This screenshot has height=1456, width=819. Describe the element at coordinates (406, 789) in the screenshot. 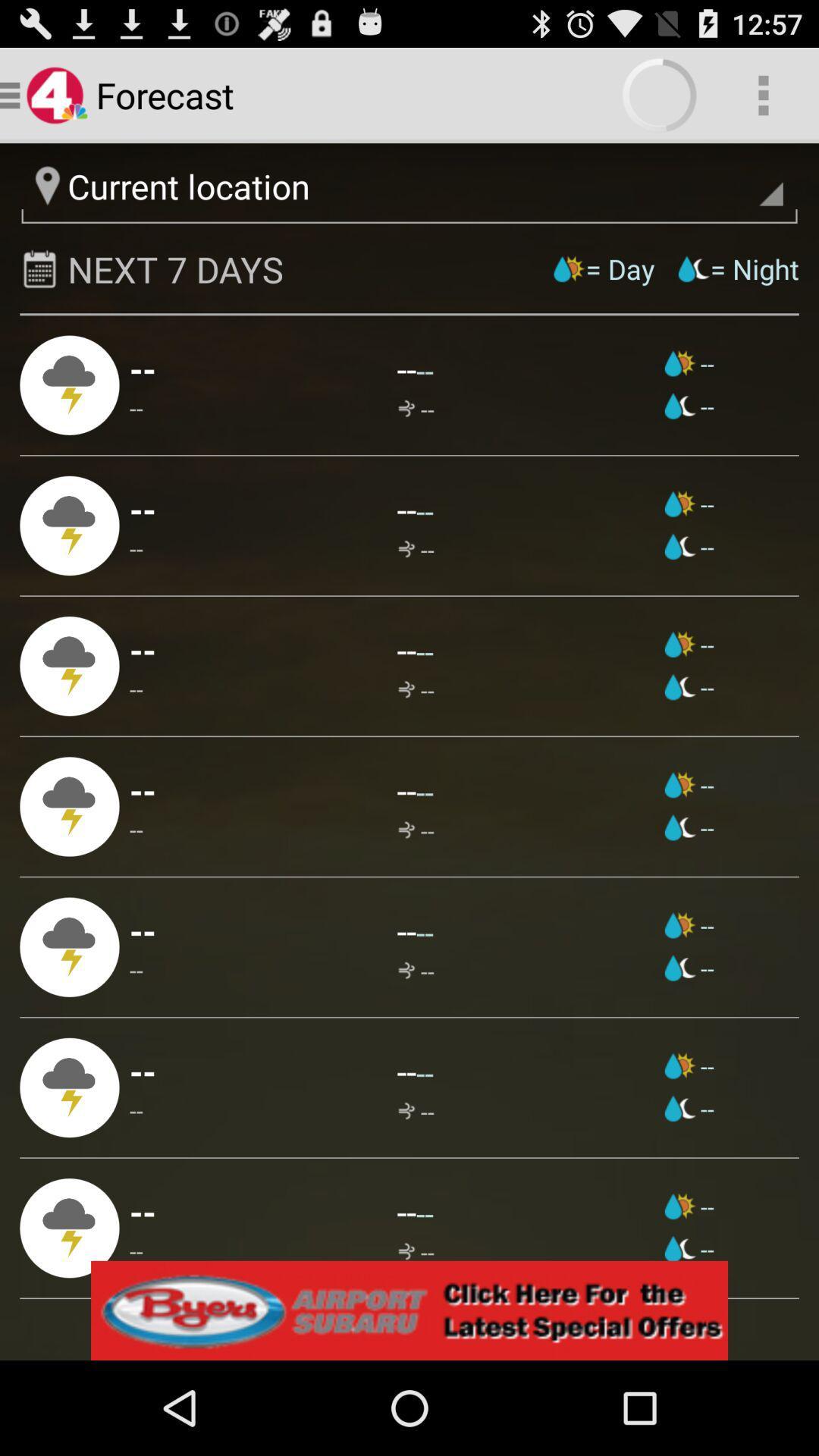

I see `the icon to the right of the -- app` at that location.